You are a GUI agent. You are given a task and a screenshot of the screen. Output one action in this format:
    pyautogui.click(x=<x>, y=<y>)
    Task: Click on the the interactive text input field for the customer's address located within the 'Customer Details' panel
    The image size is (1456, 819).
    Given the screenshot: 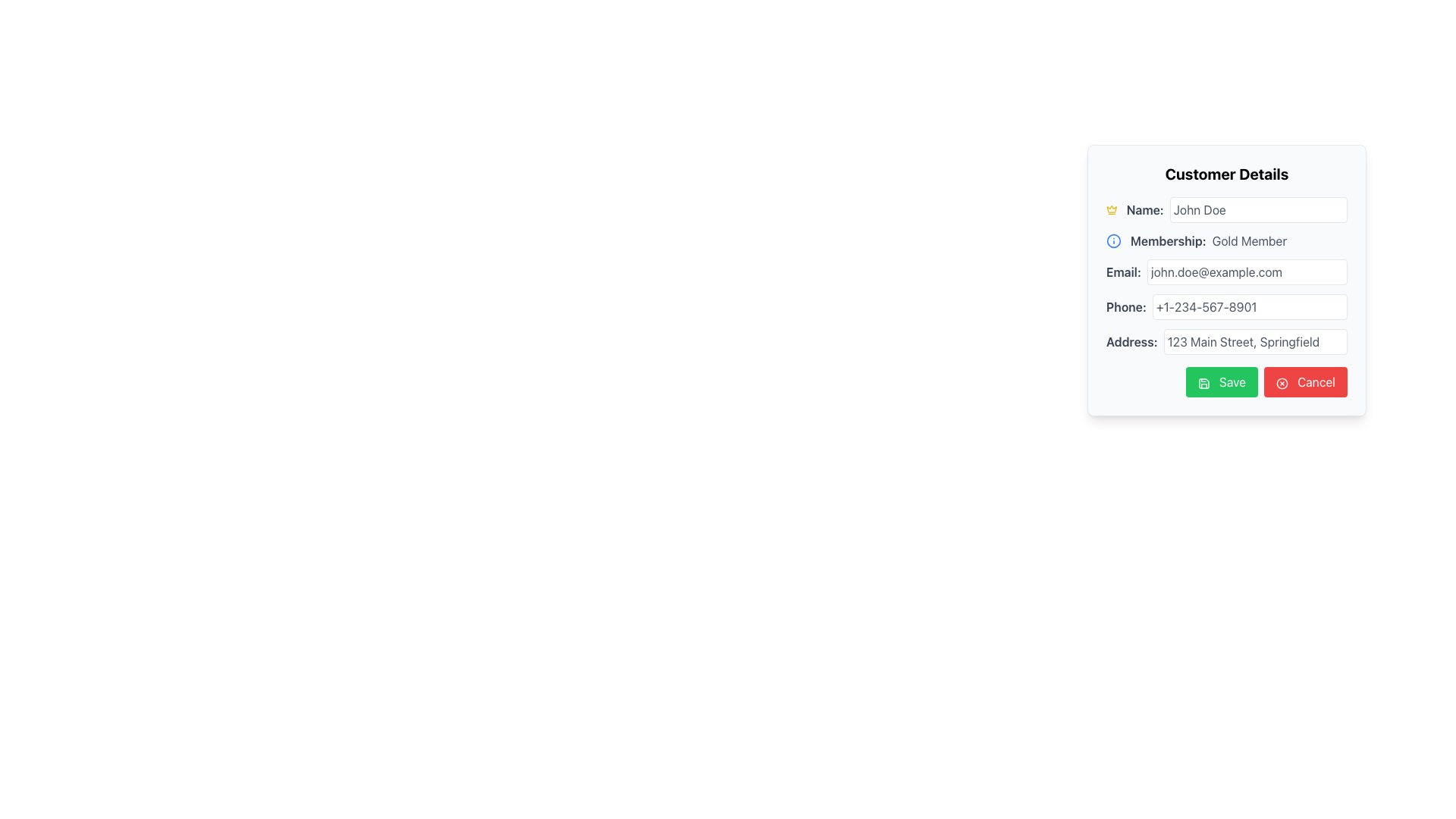 What is the action you would take?
    pyautogui.click(x=1226, y=342)
    